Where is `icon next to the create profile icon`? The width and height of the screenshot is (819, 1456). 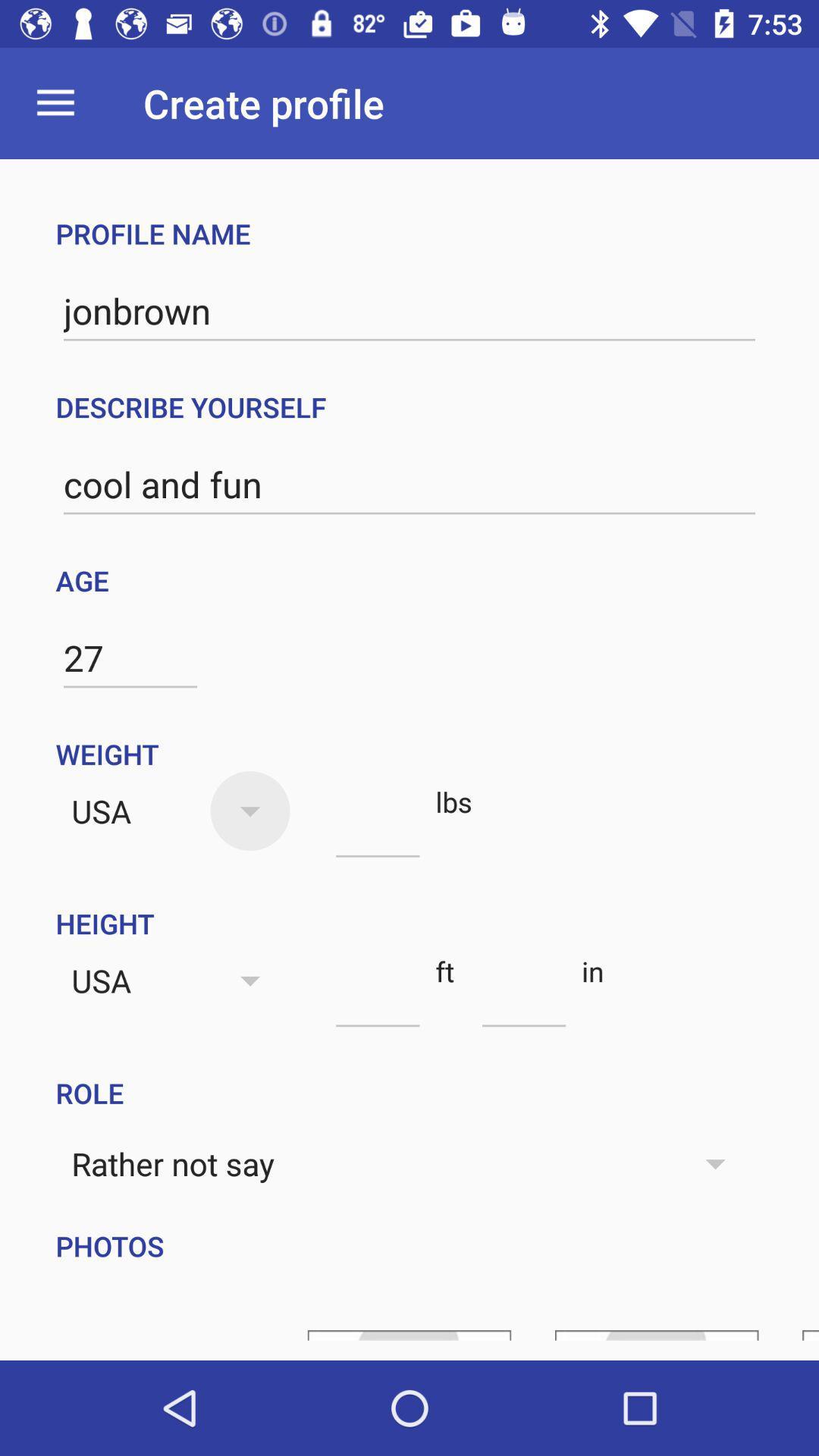 icon next to the create profile icon is located at coordinates (55, 102).